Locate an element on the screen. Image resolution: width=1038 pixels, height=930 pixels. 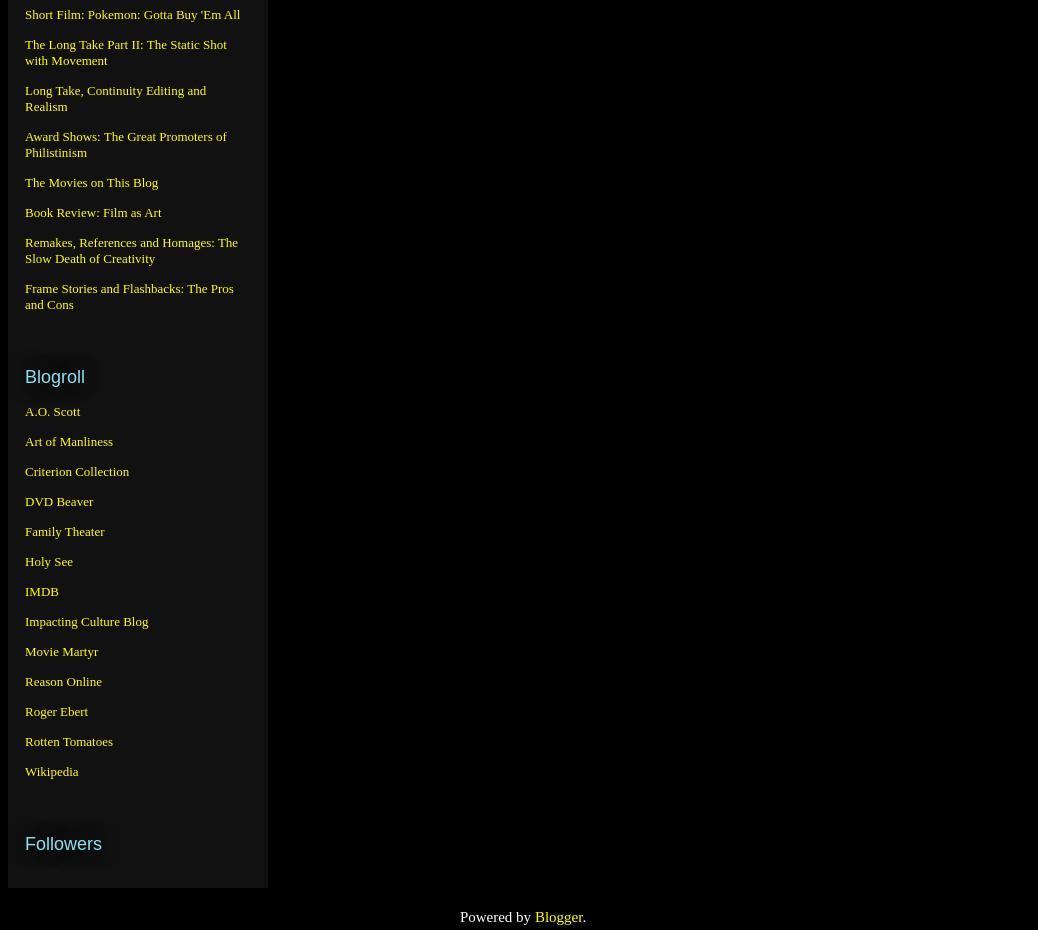
'Wikipedia' is located at coordinates (50, 770).